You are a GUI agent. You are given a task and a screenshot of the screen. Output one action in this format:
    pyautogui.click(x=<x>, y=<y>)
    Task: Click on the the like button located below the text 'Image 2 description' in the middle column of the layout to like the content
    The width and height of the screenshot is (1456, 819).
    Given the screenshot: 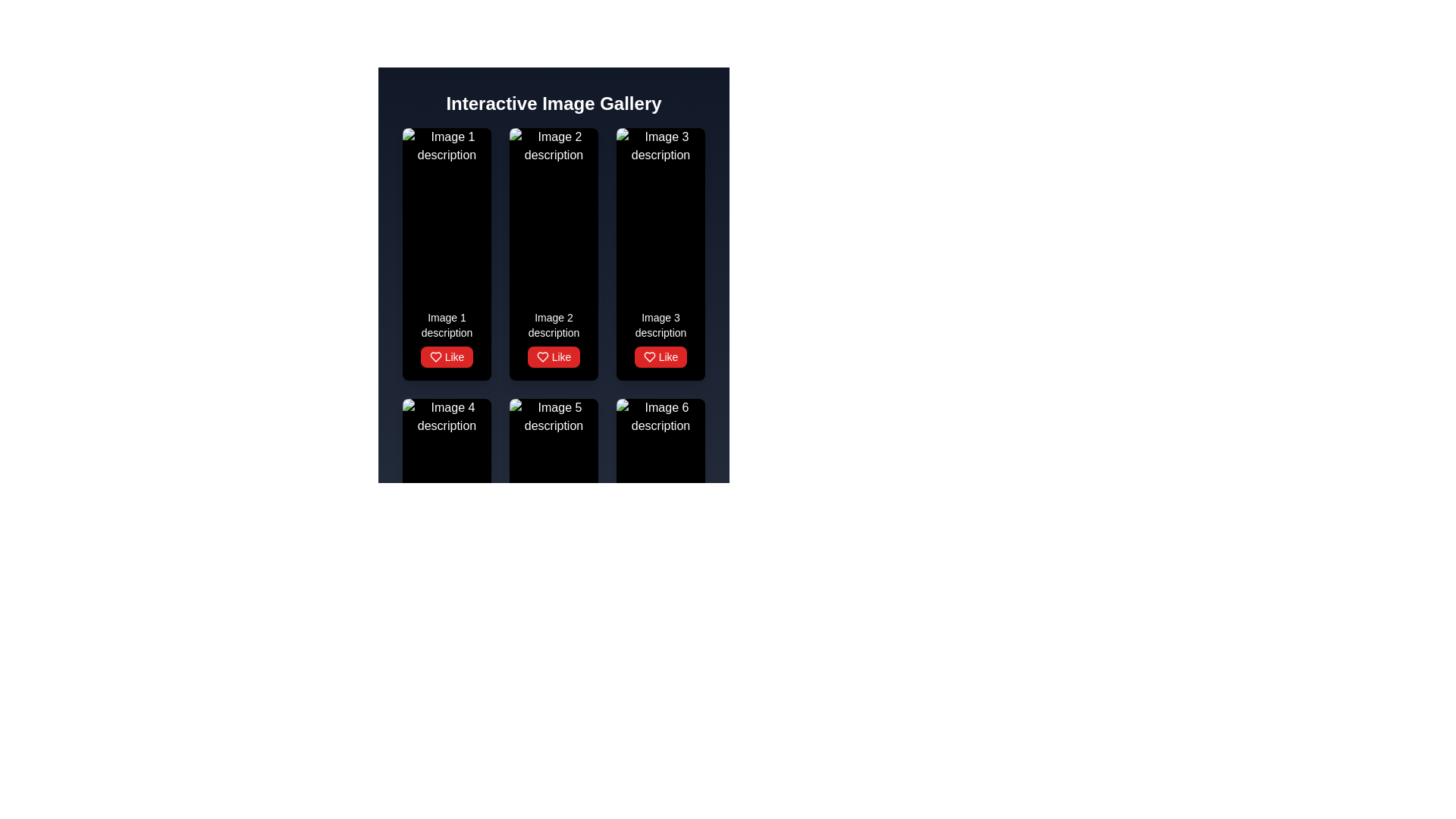 What is the action you would take?
    pyautogui.click(x=553, y=356)
    